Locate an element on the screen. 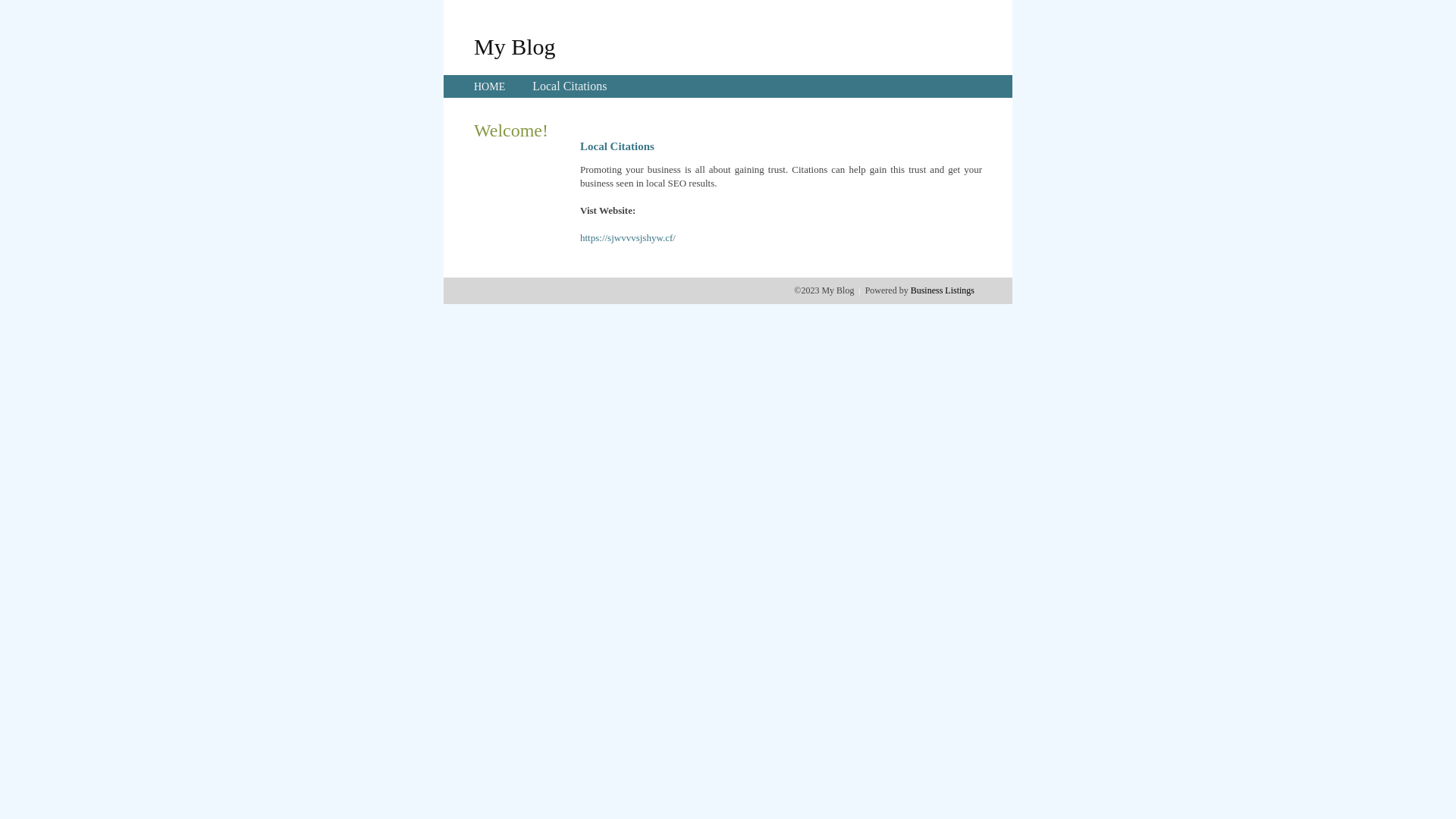 The width and height of the screenshot is (1456, 819). 'https://sjwvvvsjshyw.cf/' is located at coordinates (628, 237).